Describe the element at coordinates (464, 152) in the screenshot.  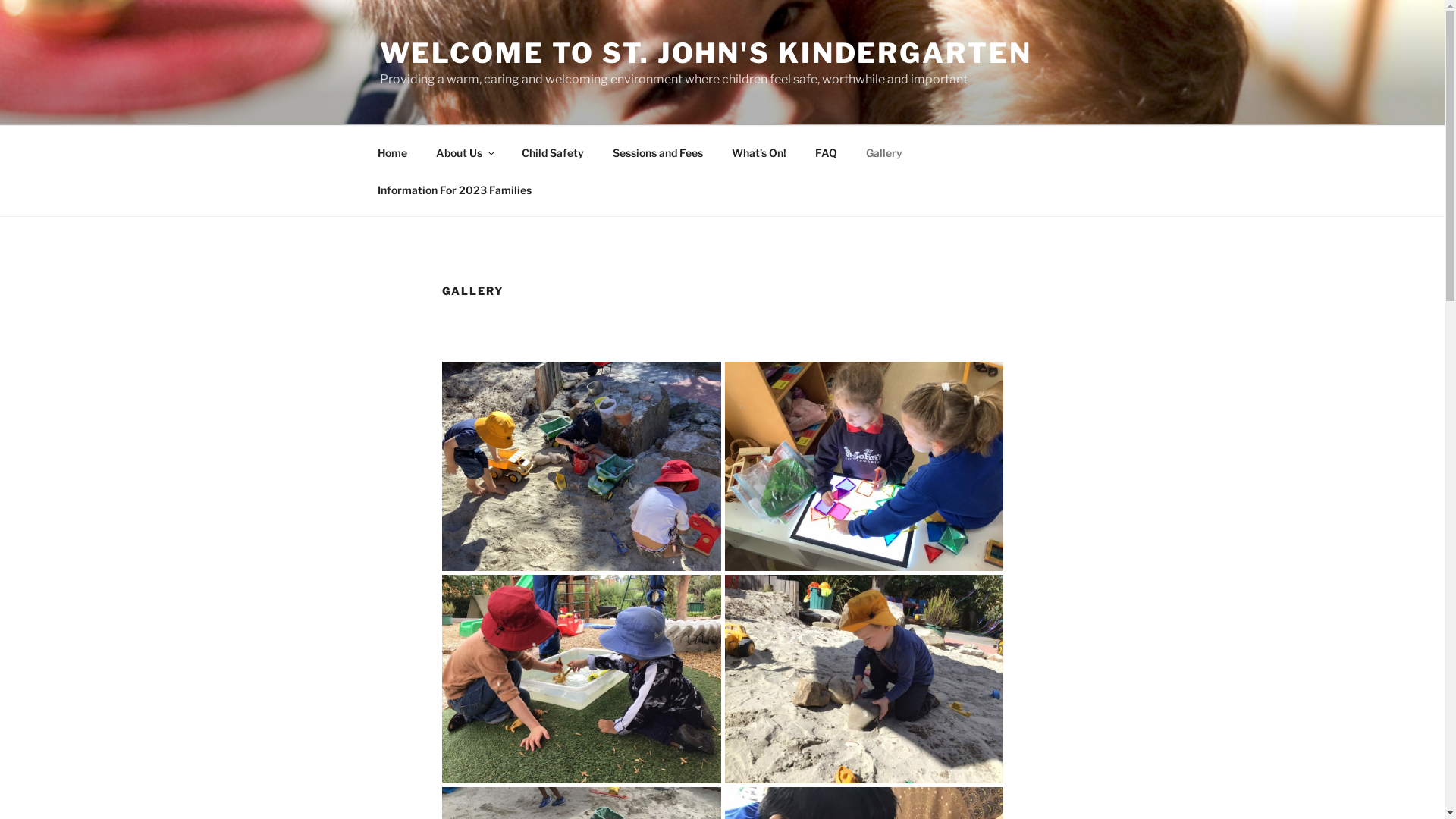
I see `'About Us'` at that location.